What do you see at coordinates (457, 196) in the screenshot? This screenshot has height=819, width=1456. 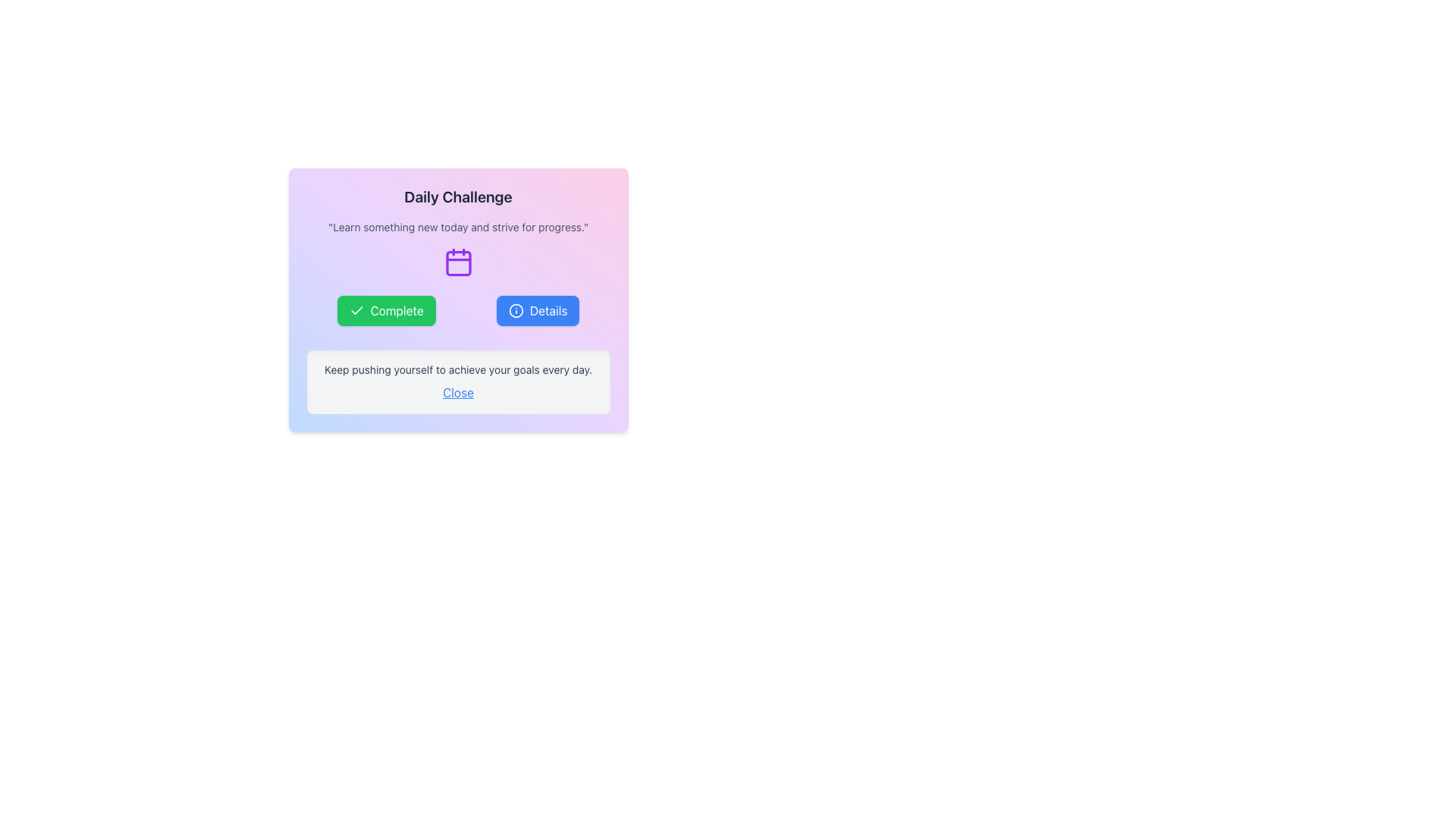 I see `the non-interactive heading 'Daily Challenge' located at the top of the gradient-colored card` at bounding box center [457, 196].